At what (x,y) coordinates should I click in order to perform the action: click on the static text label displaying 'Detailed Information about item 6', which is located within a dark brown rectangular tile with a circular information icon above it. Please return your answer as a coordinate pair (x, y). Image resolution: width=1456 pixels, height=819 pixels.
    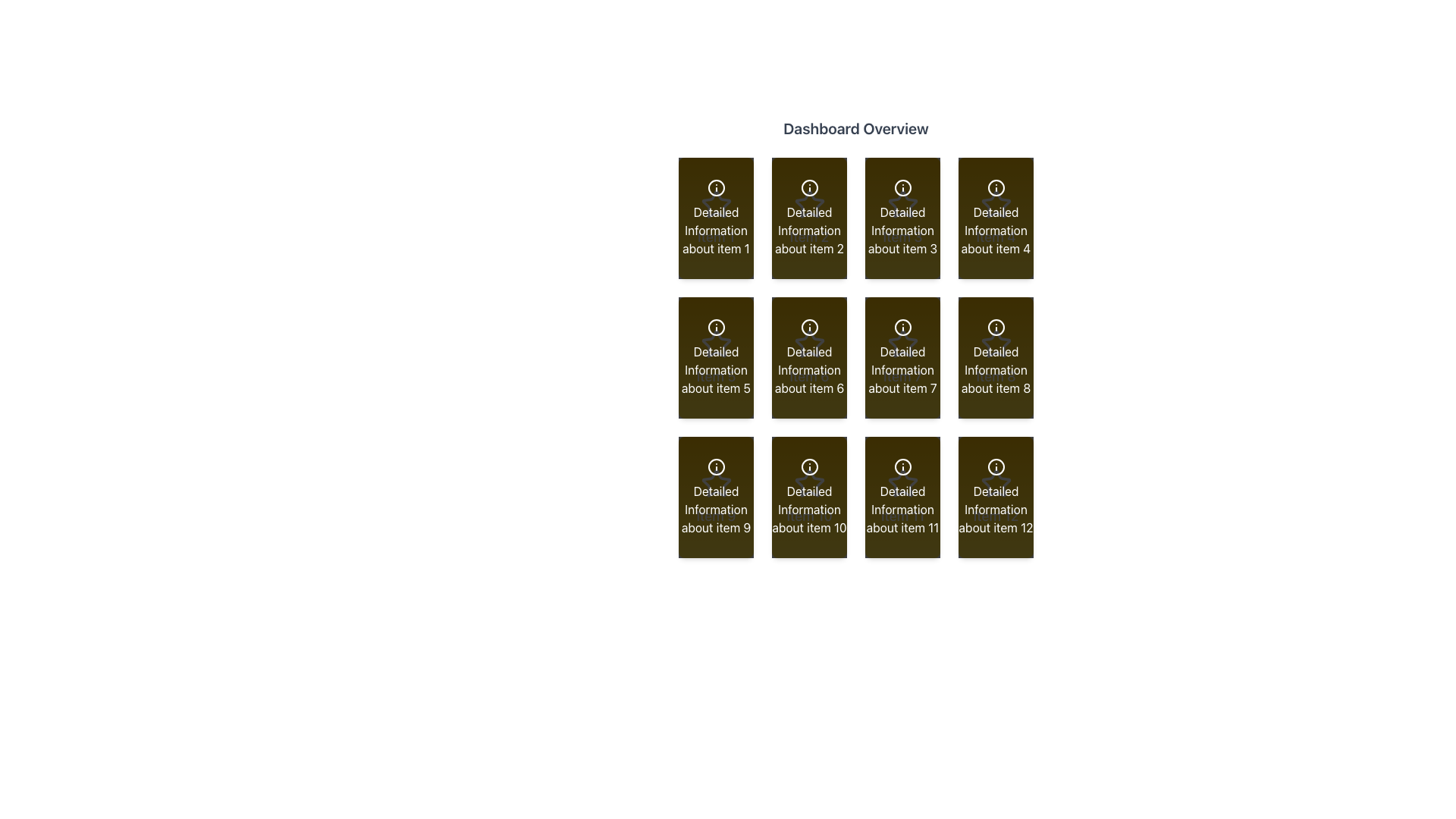
    Looking at the image, I should click on (808, 370).